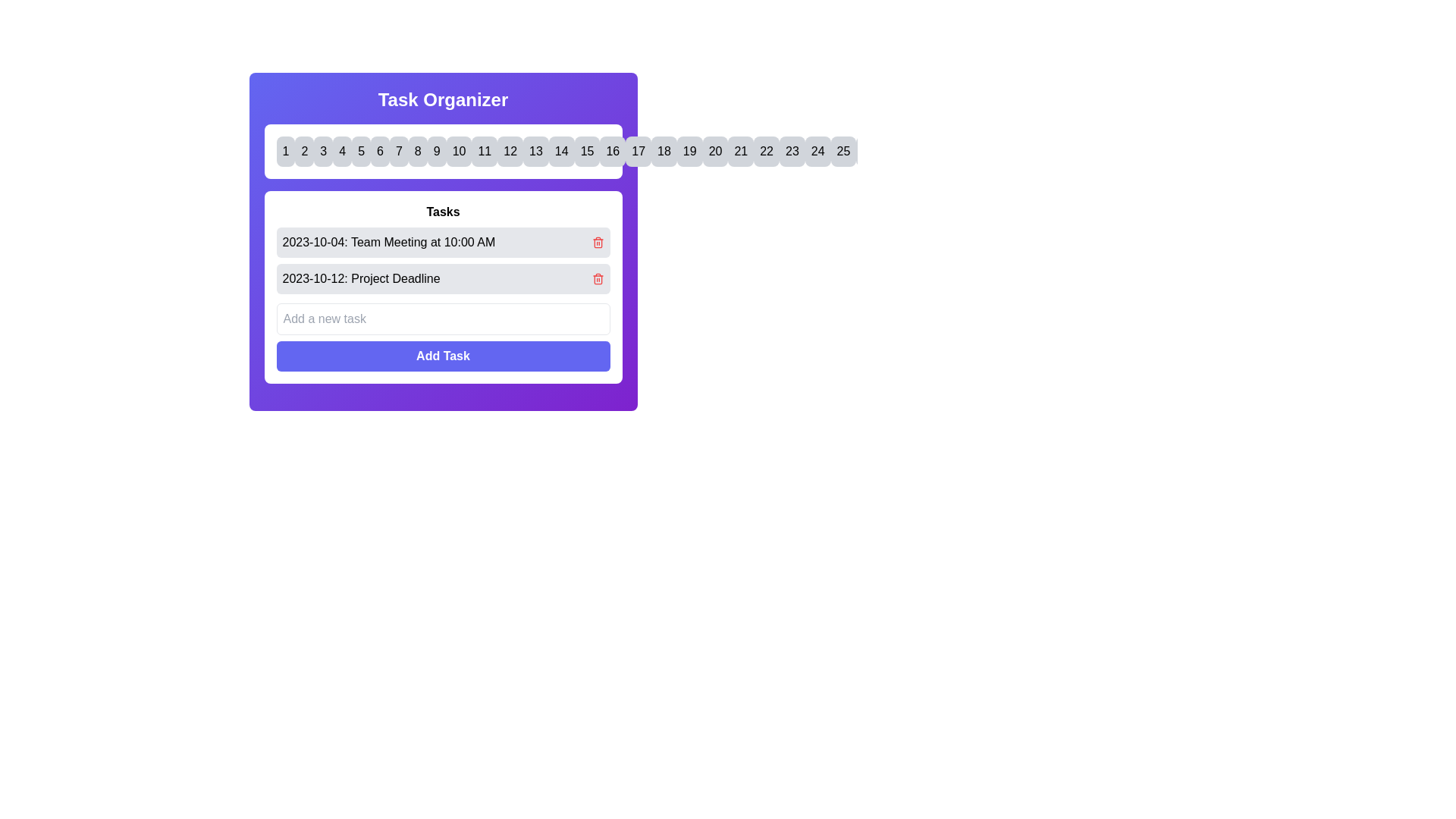 The image size is (1456, 819). What do you see at coordinates (442, 212) in the screenshot?
I see `the Text label that serves as the section title for the task list, which is centrally aligned and located at the top of the task list section` at bounding box center [442, 212].